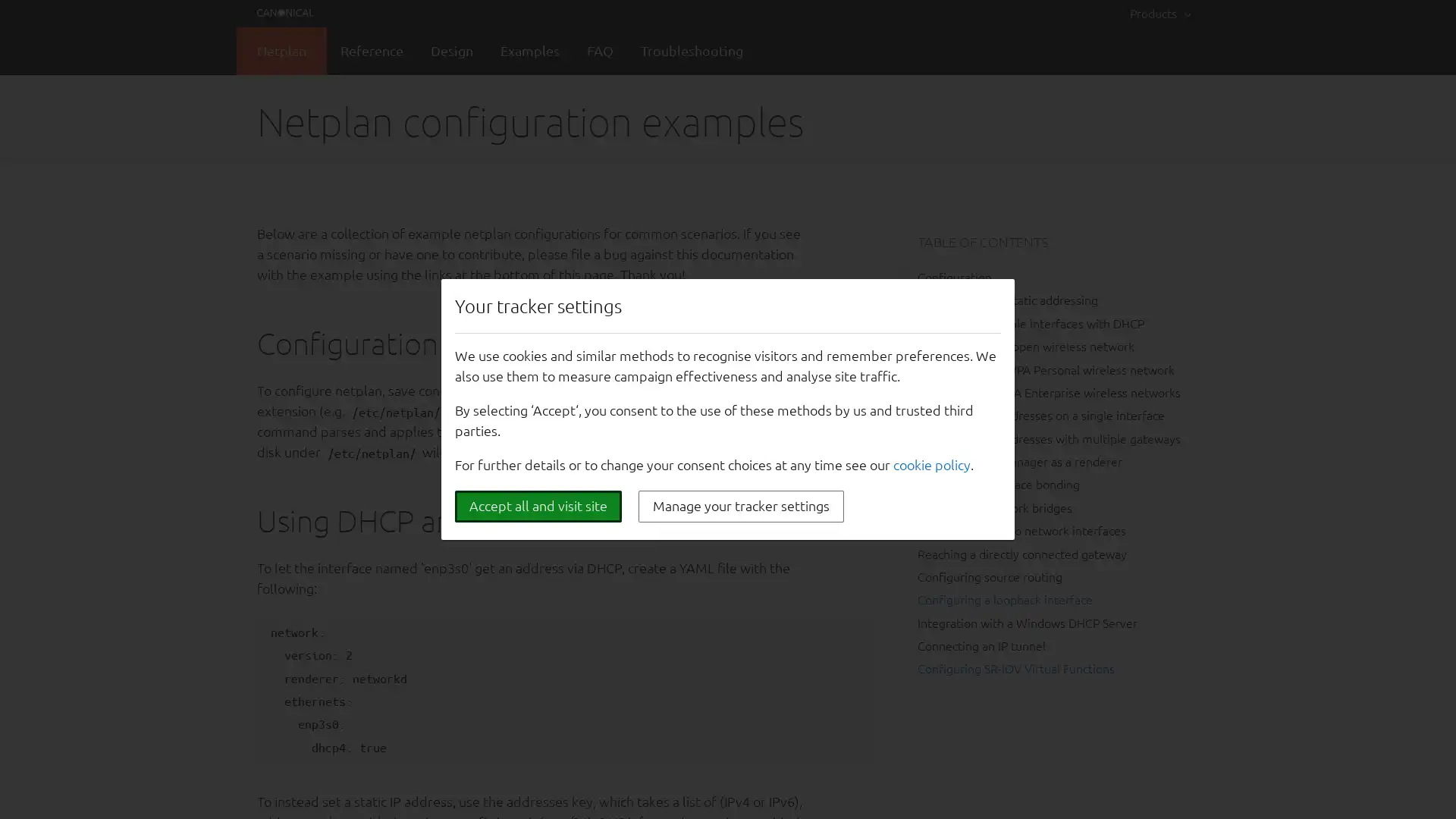  I want to click on Manage your tracker settings, so click(741, 506).